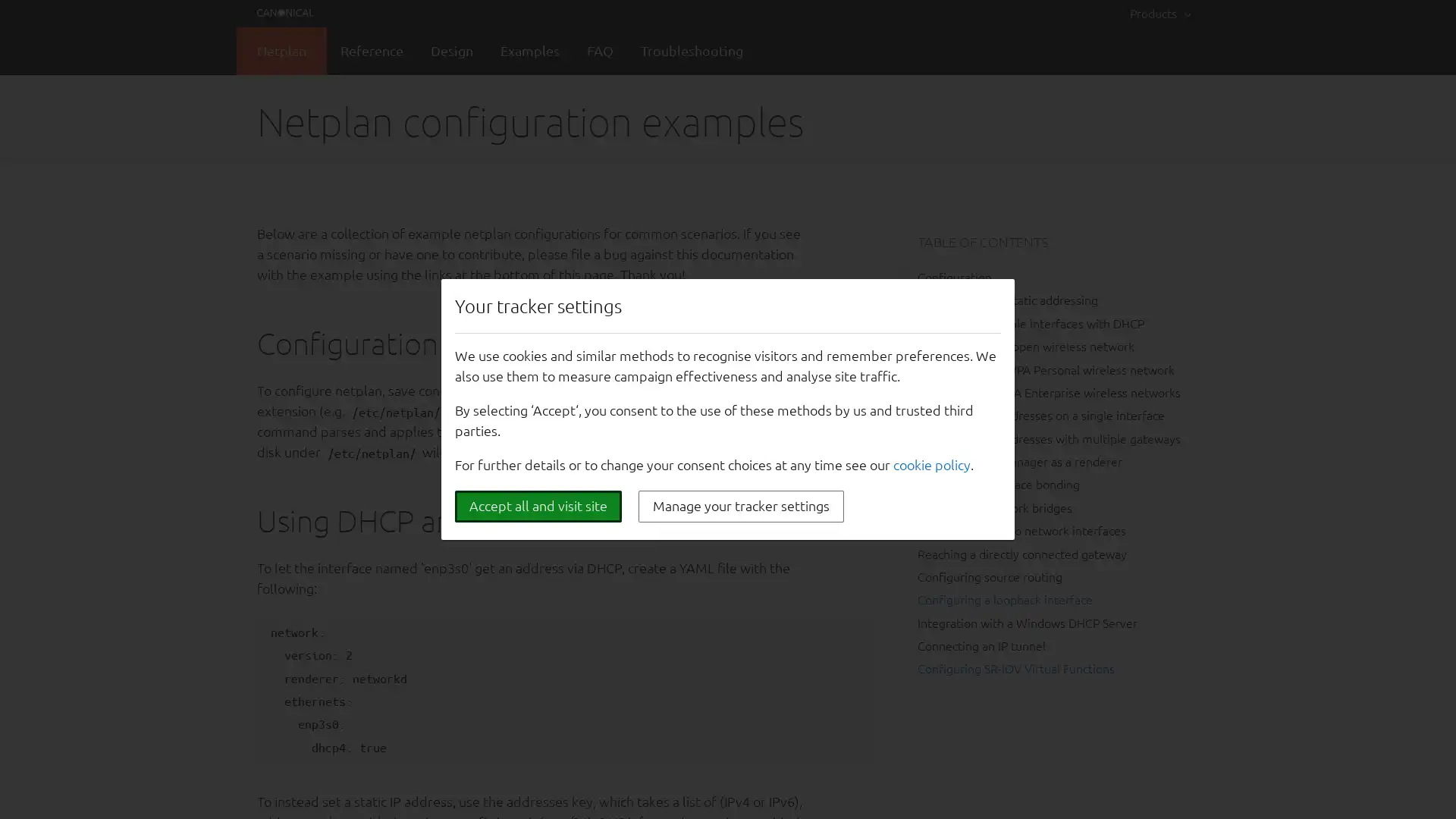  I want to click on Manage your tracker settings, so click(741, 506).